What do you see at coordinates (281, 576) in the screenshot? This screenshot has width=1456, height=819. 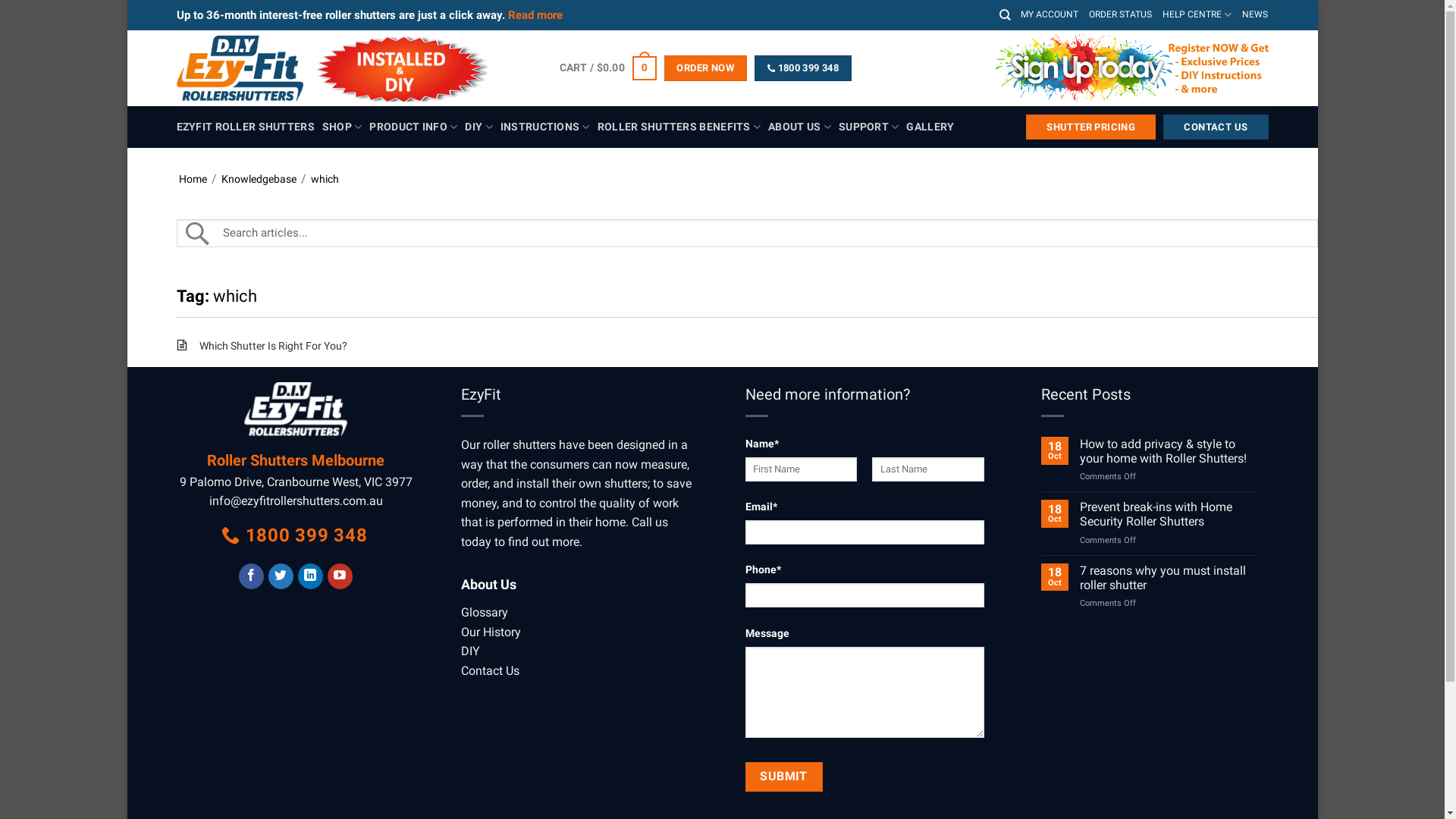 I see `'Follow on Twitter'` at bounding box center [281, 576].